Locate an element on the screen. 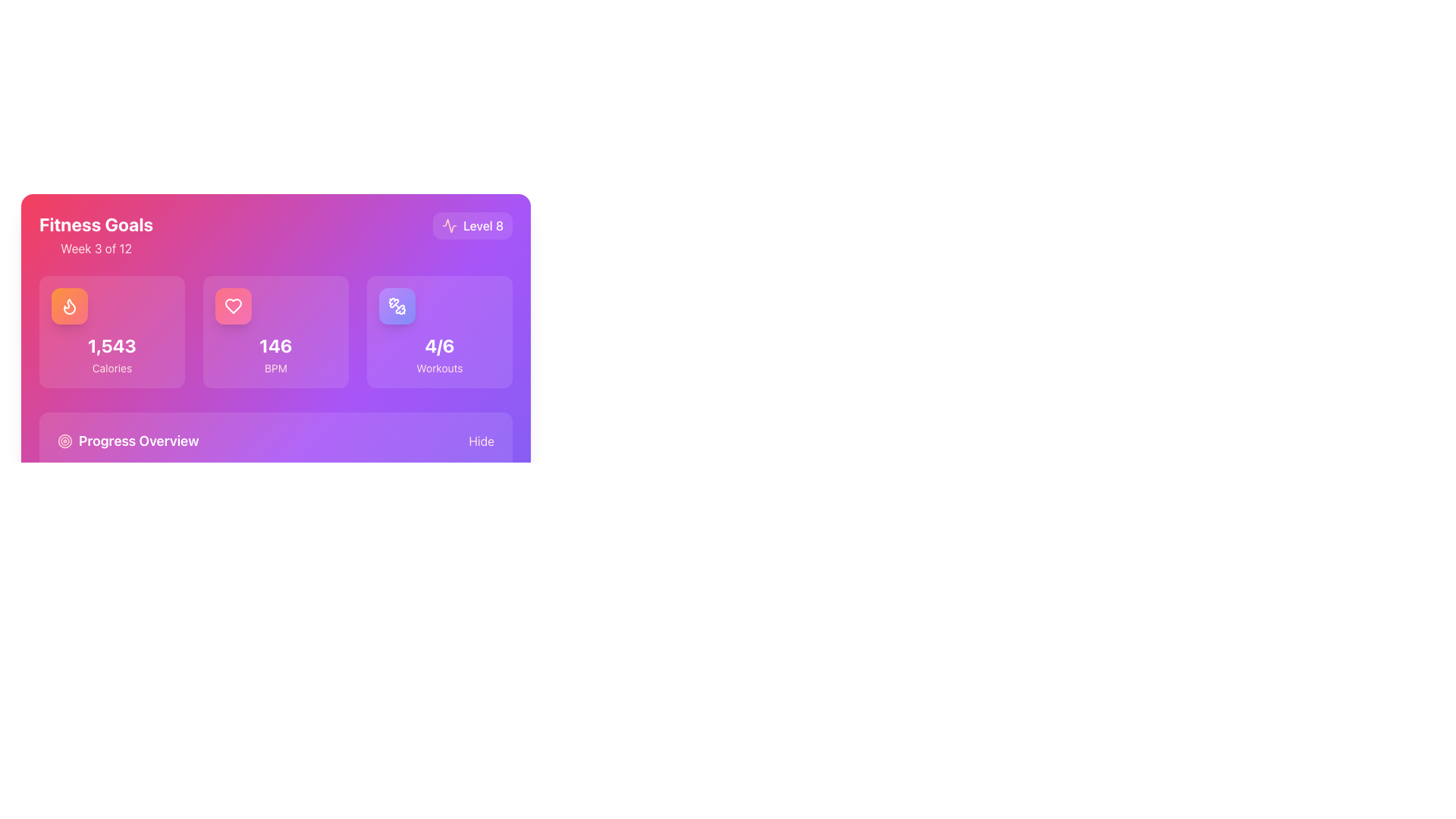  the text element that serves as a label for progress-related information, positioned within a rectangular purple section at the bottom-left corner of the interface, next to a circular target icon is located at coordinates (139, 441).